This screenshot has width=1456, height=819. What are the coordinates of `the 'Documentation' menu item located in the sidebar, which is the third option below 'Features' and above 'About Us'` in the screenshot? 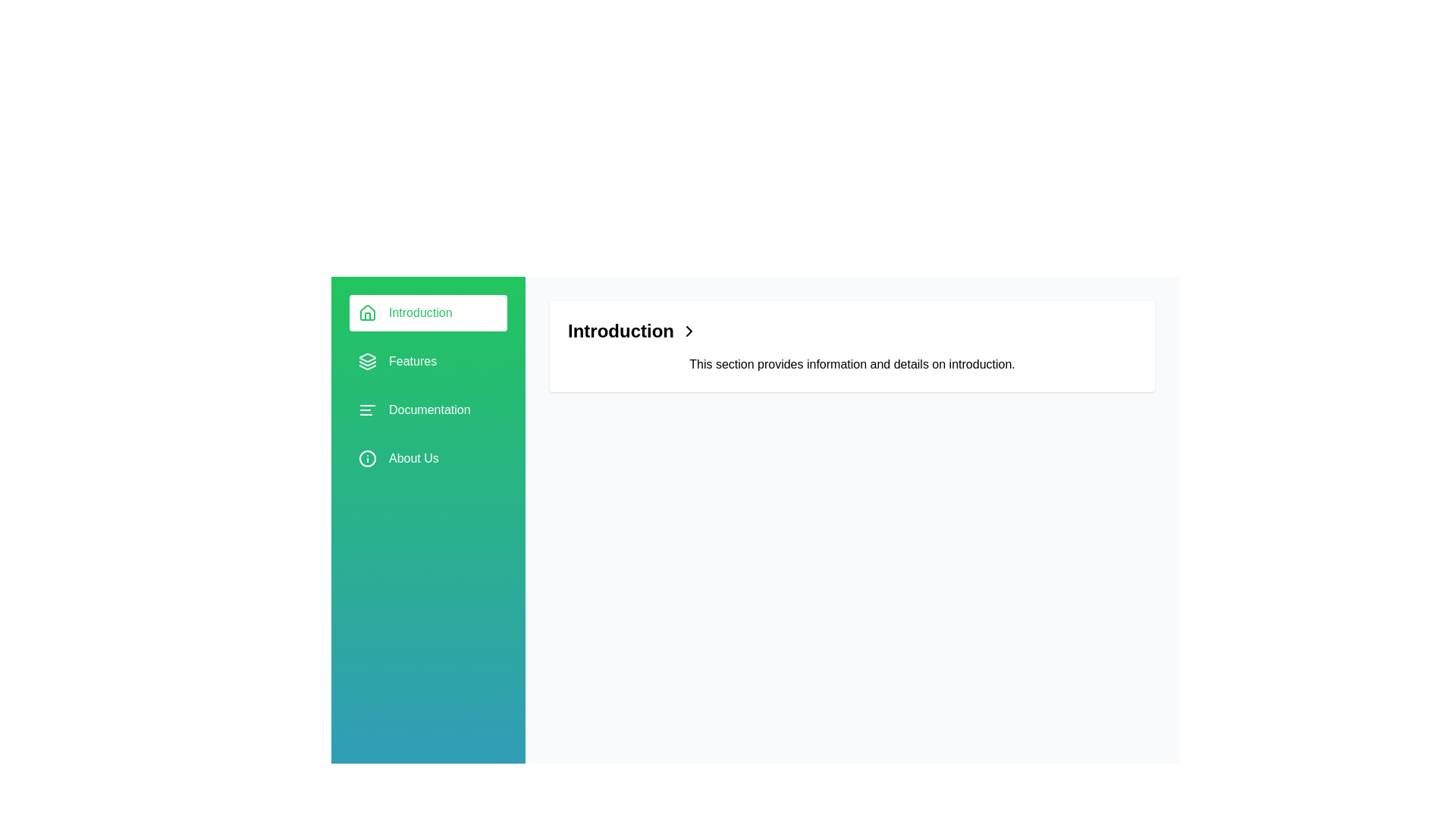 It's located at (428, 409).